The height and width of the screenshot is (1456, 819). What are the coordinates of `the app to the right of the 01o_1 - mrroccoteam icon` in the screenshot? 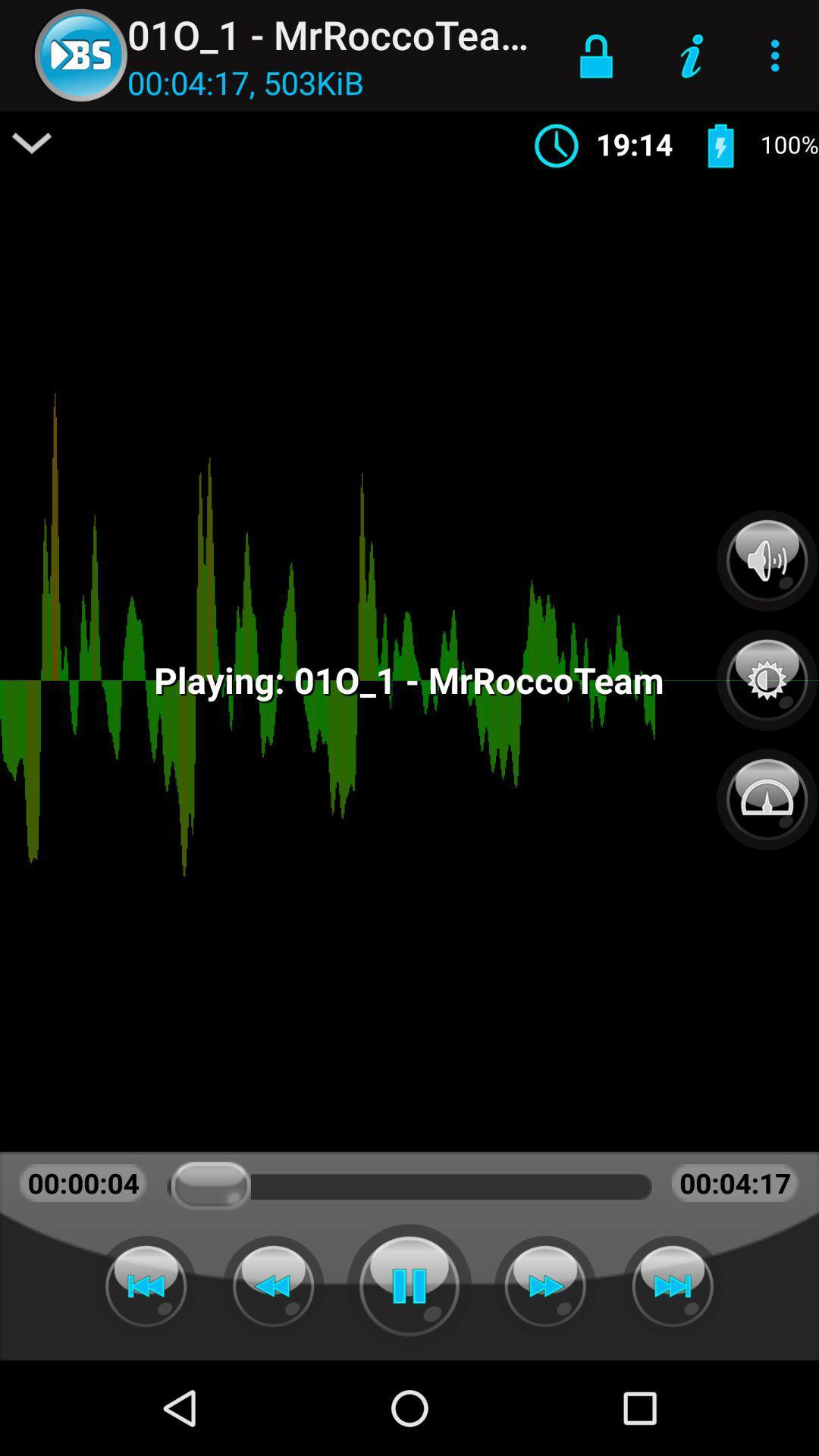 It's located at (595, 55).